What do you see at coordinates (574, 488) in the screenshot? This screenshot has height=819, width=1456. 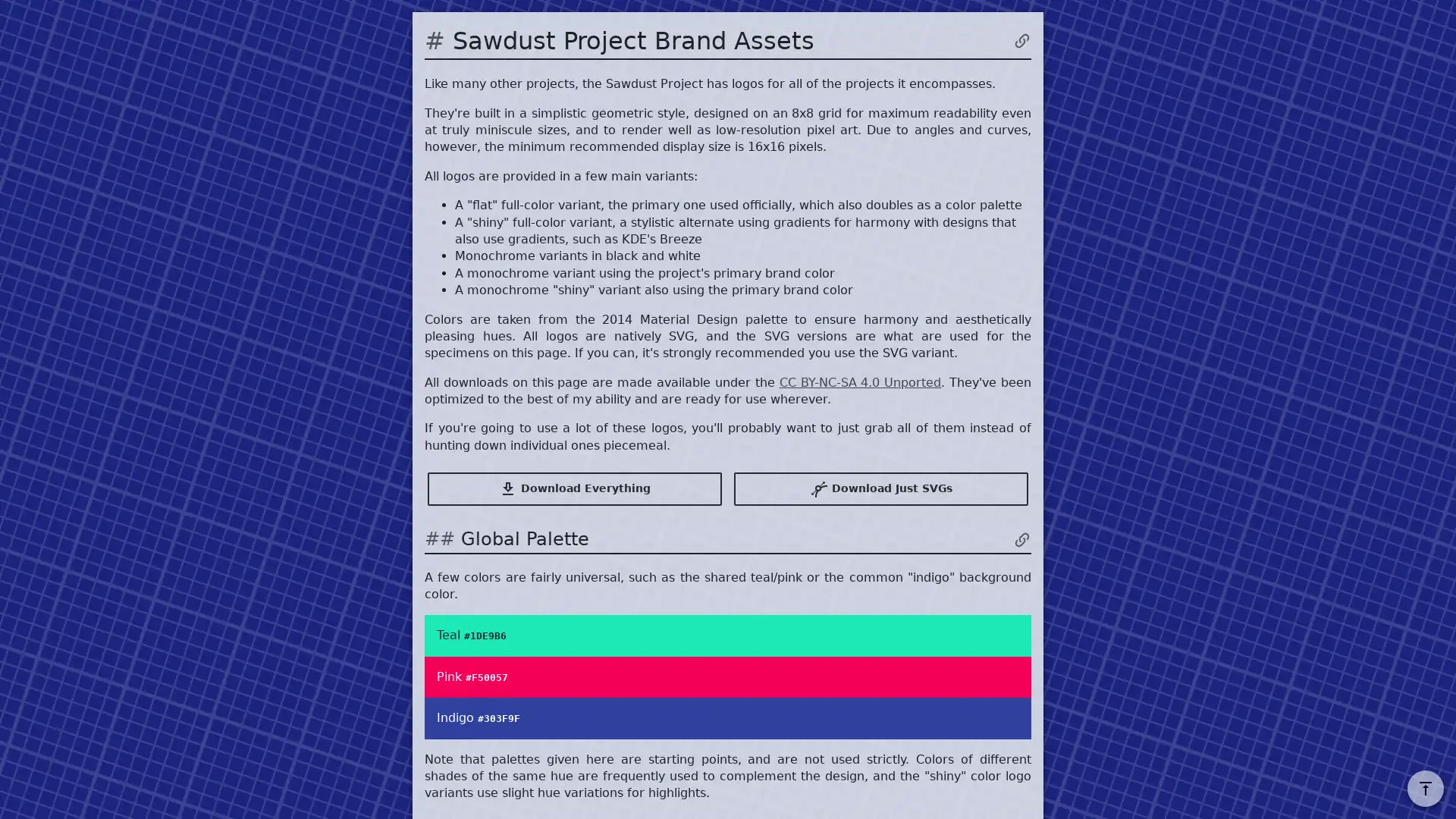 I see `Download Everything` at bounding box center [574, 488].